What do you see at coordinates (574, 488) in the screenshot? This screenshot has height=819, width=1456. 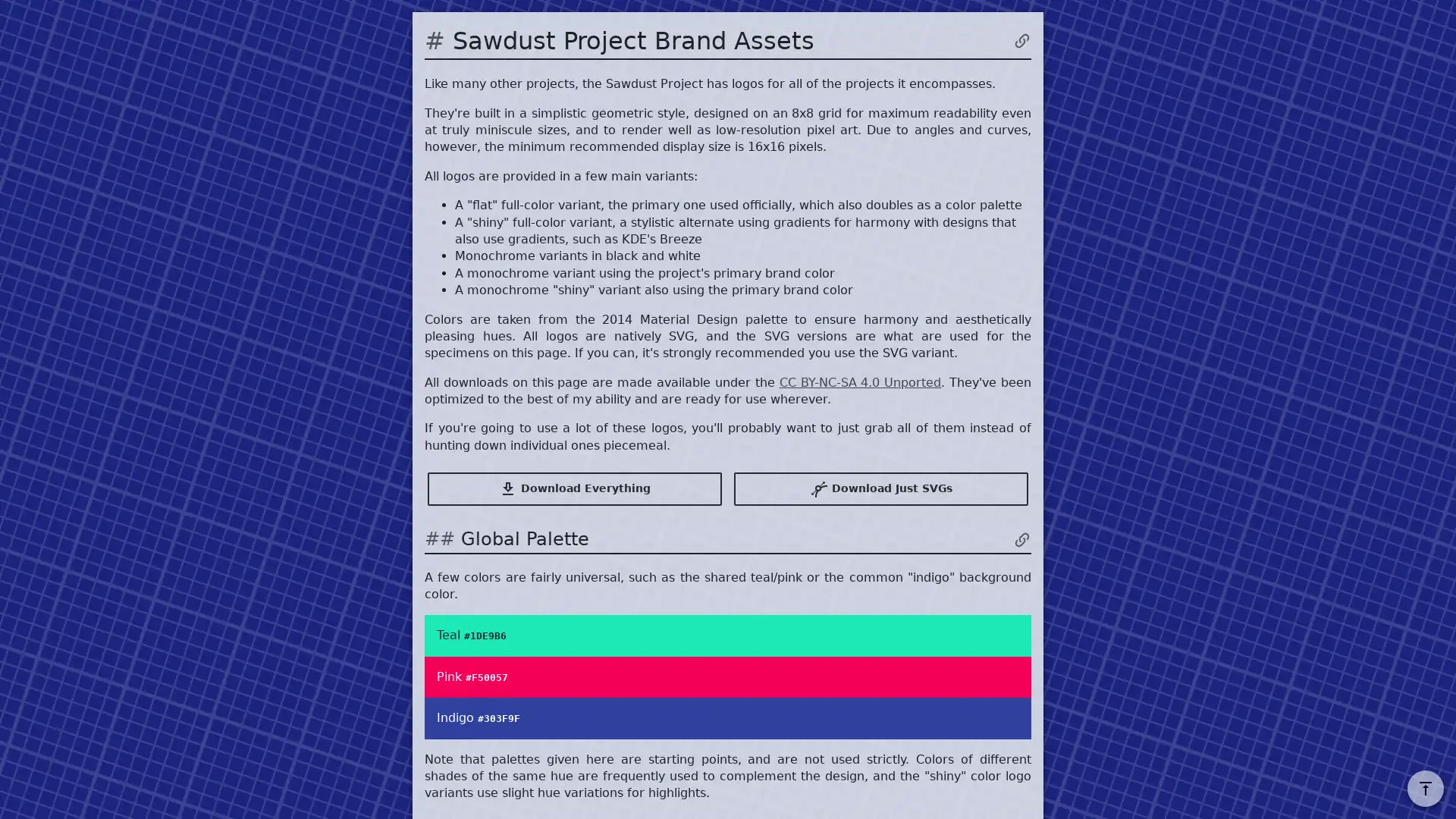 I see `Download Everything` at bounding box center [574, 488].